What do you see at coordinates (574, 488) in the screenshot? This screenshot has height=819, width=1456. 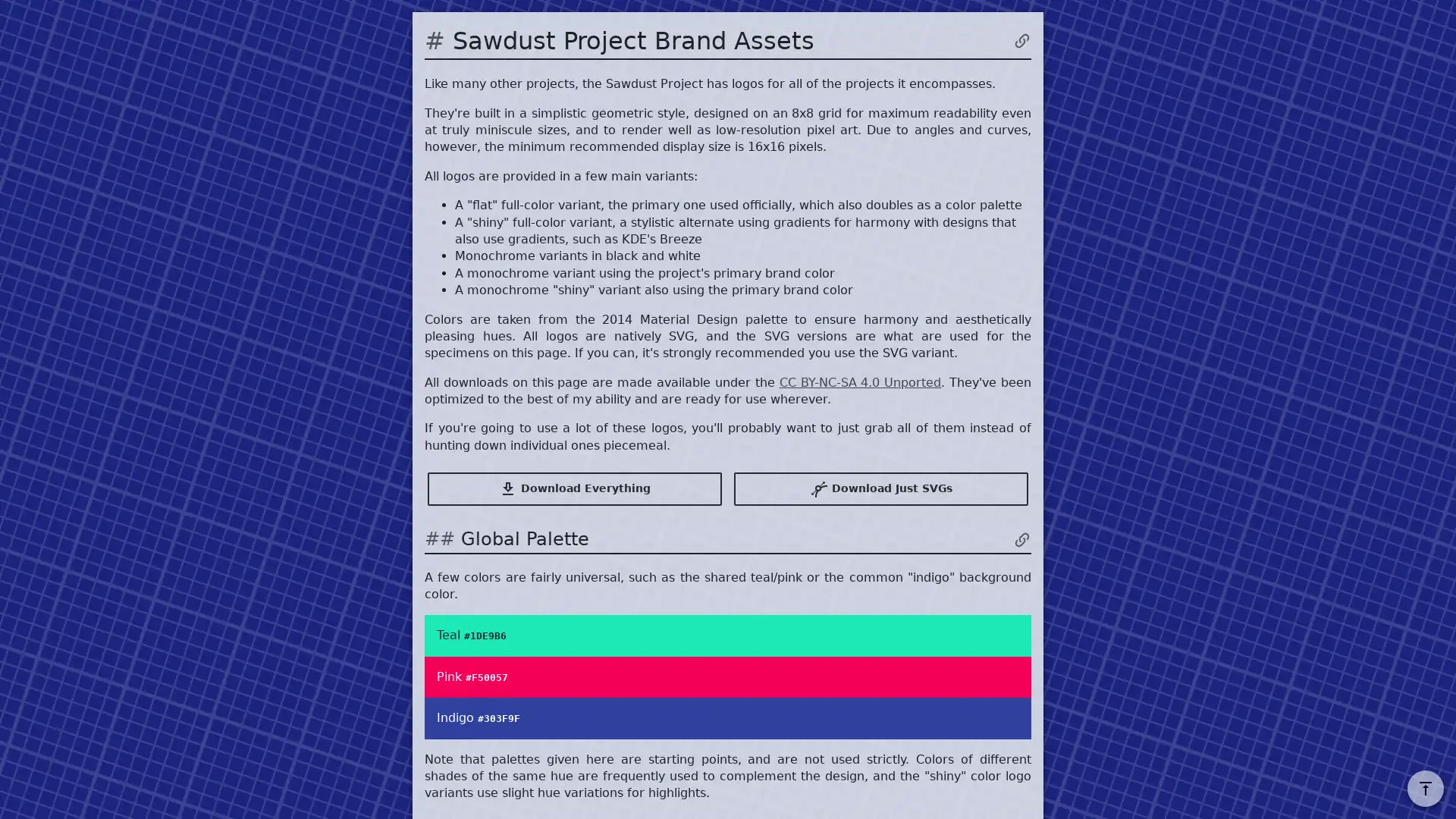 I see `Download Everything` at bounding box center [574, 488].